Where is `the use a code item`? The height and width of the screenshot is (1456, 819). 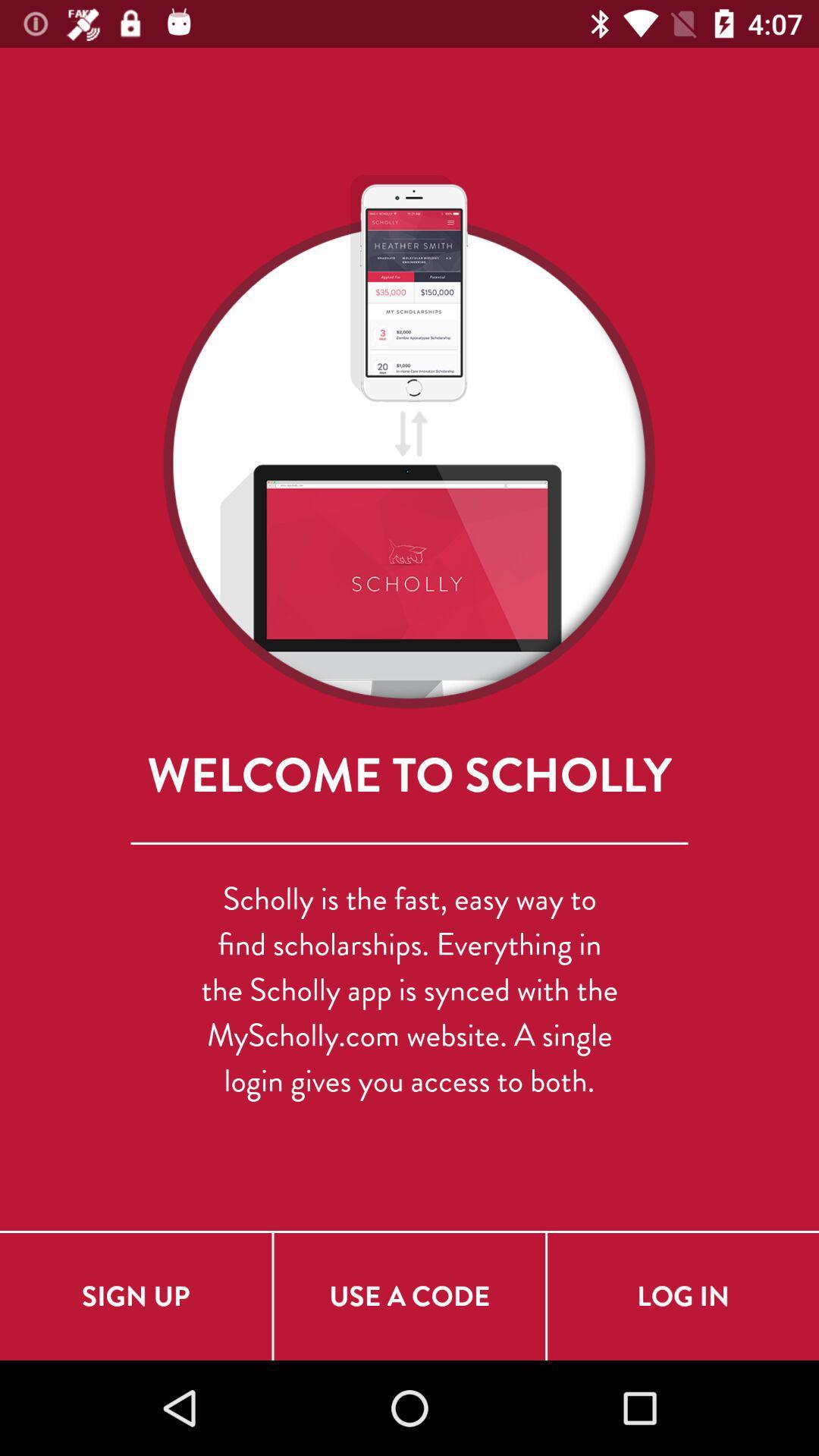
the use a code item is located at coordinates (409, 1295).